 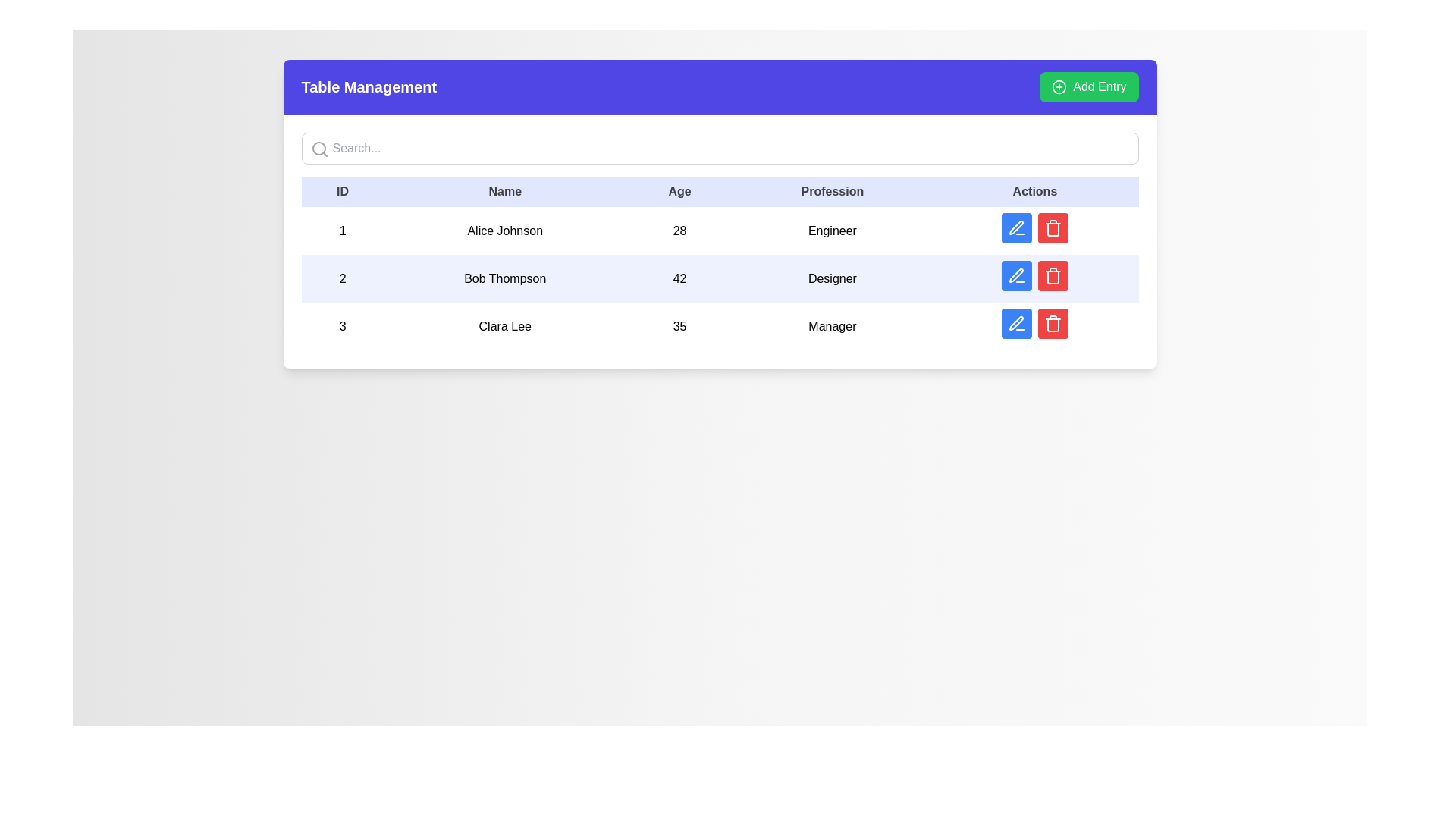 I want to click on the circular green plus icon located to the left of the 'Add Entry' text in the green button at the top right corner of the interface, so click(x=1059, y=87).